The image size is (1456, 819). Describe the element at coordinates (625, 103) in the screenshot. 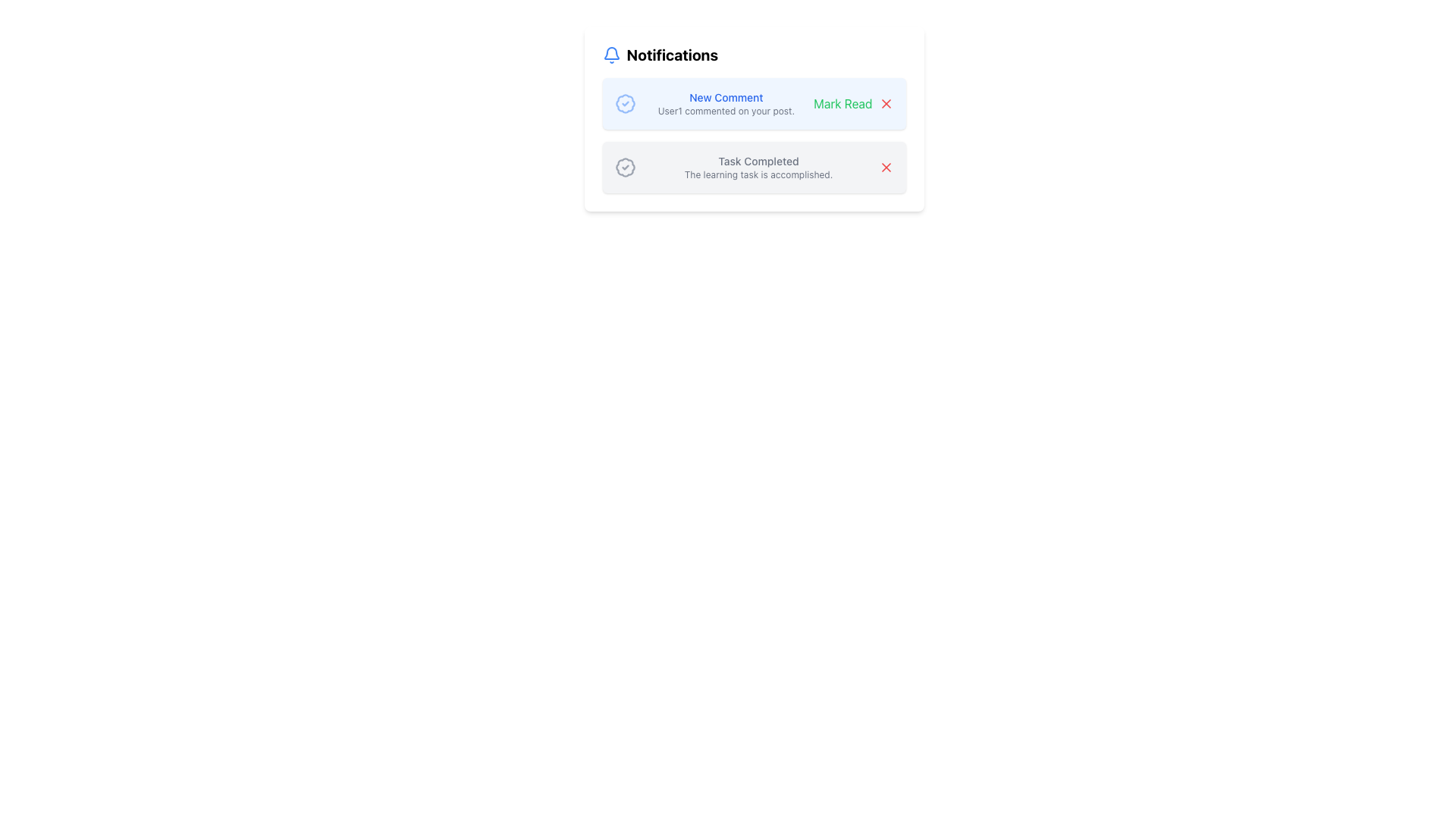

I see `the decorative indicator icon that conveys a confirmation status within the notification message area, located to the far left alongside the text 'New Comment'` at that location.